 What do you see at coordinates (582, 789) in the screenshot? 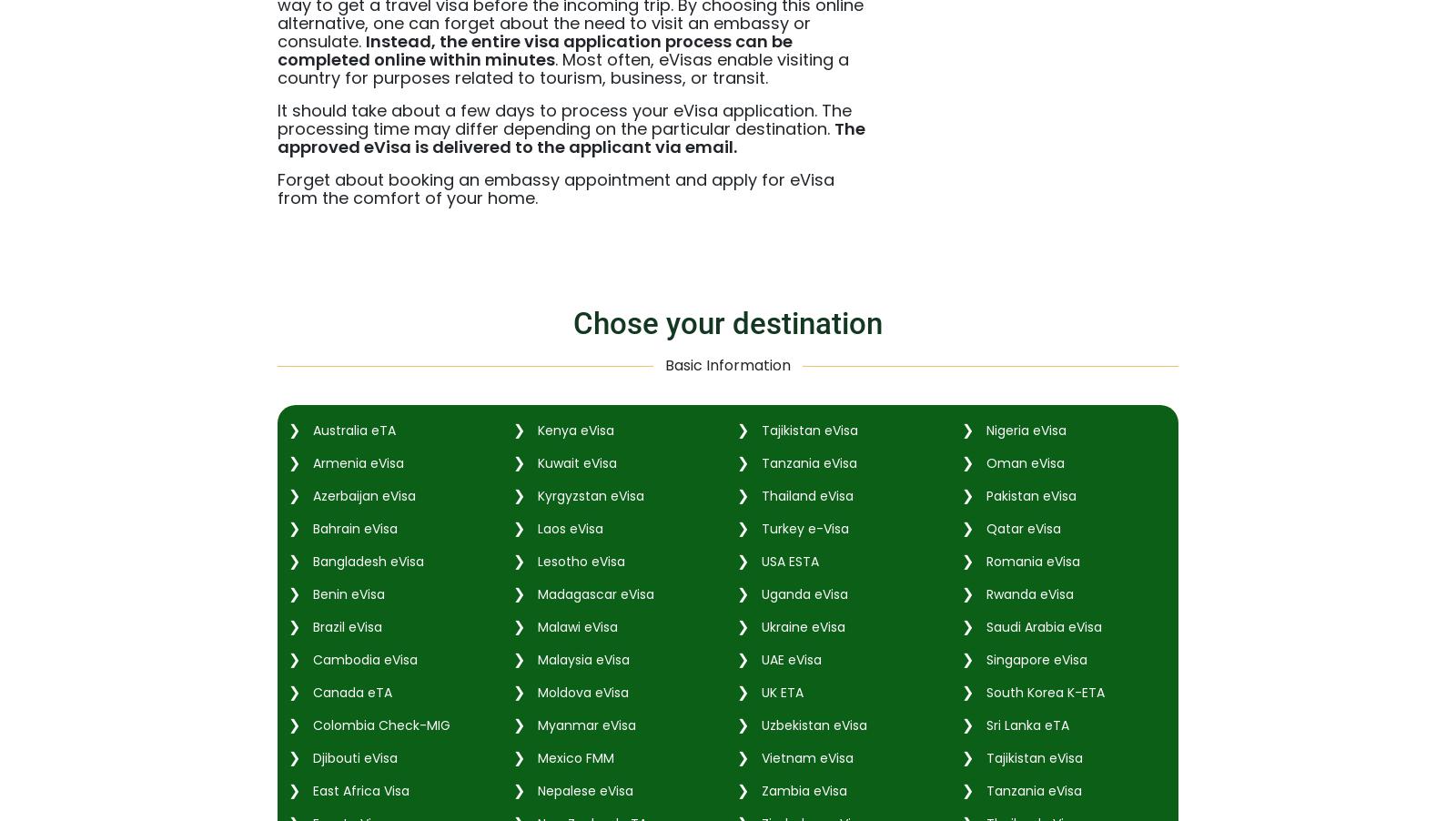
I see `'Nepalese eVisa'` at bounding box center [582, 789].